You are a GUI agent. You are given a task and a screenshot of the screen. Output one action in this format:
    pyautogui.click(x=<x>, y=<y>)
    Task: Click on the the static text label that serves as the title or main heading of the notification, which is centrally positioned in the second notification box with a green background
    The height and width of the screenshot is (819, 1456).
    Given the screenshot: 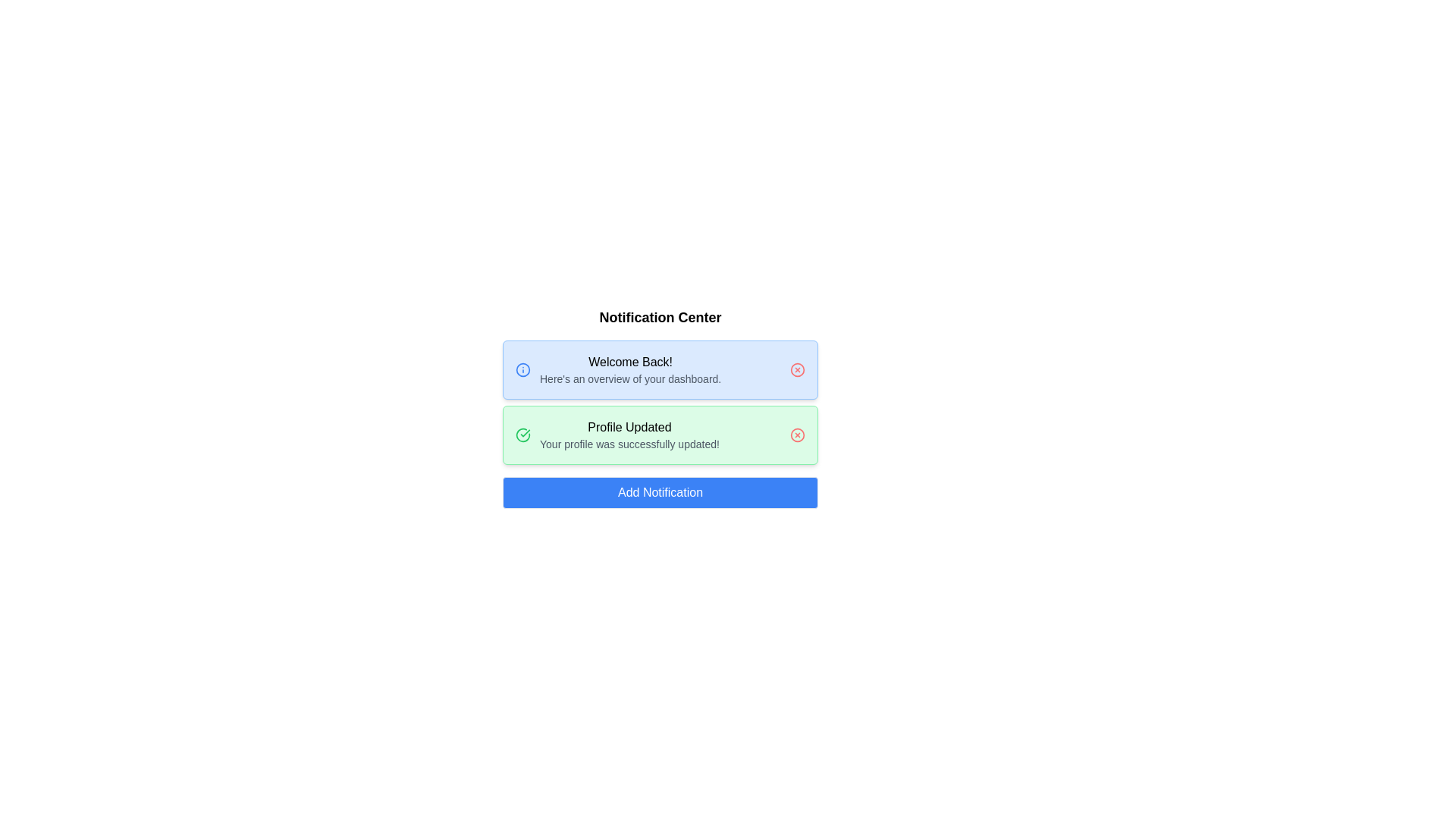 What is the action you would take?
    pyautogui.click(x=629, y=427)
    